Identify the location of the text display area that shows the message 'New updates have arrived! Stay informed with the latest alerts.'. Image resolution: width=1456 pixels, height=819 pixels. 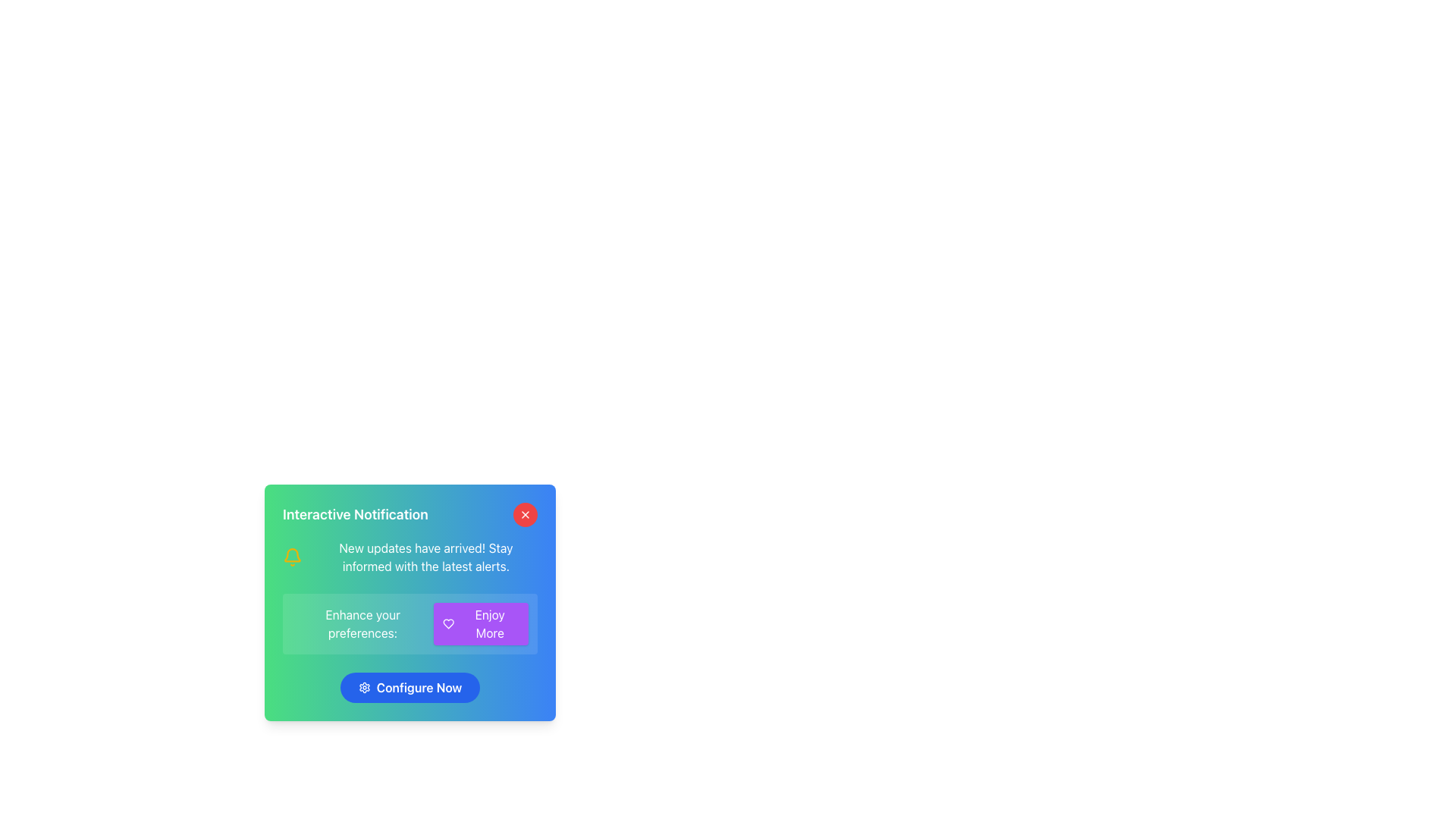
(425, 557).